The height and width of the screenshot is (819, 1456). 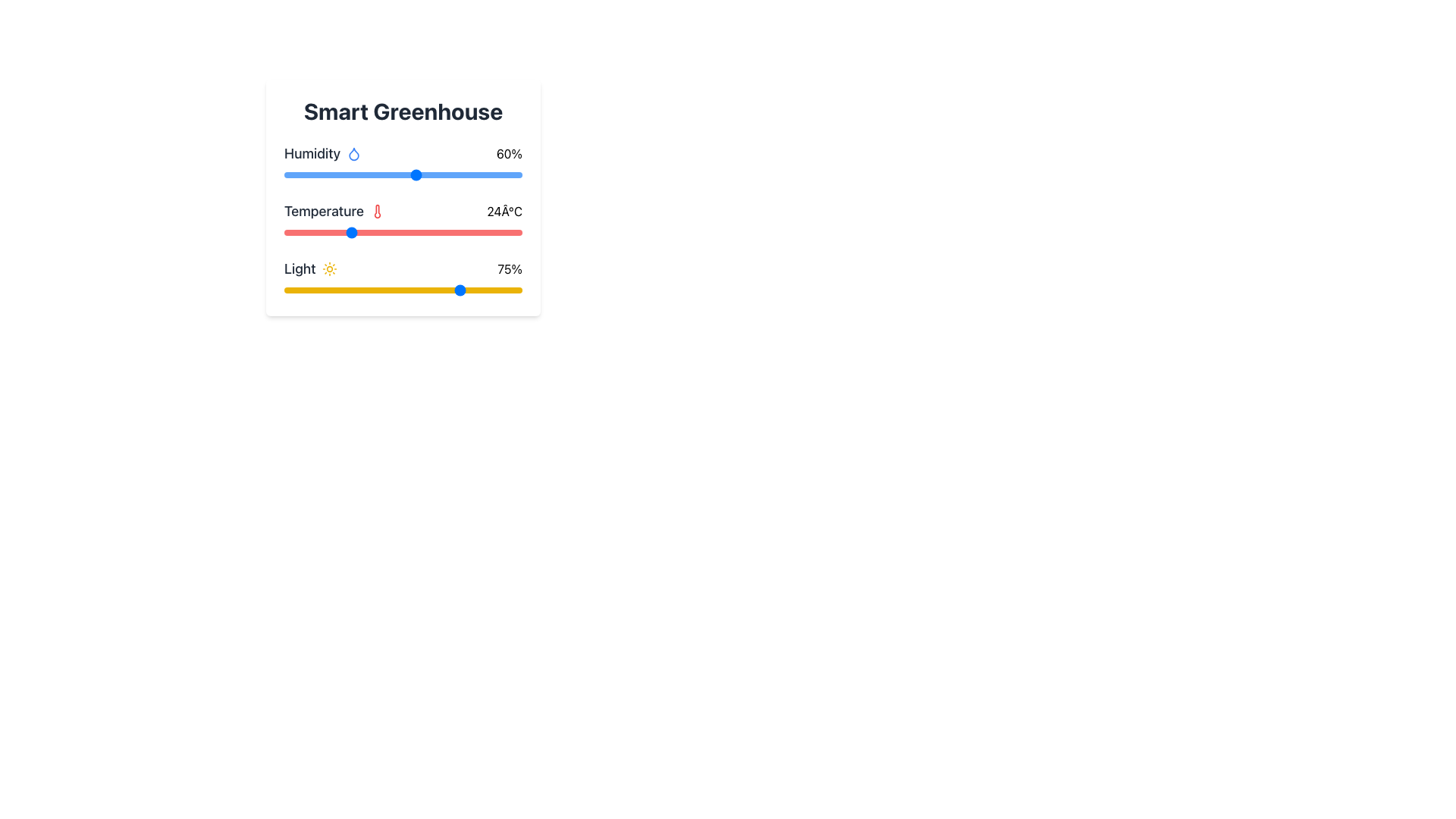 I want to click on the sun icon, which is yellow with a circular center and radial extensions, located to the right of the 'Light' label in the 'Smart Greenhouse' interface, so click(x=328, y=268).